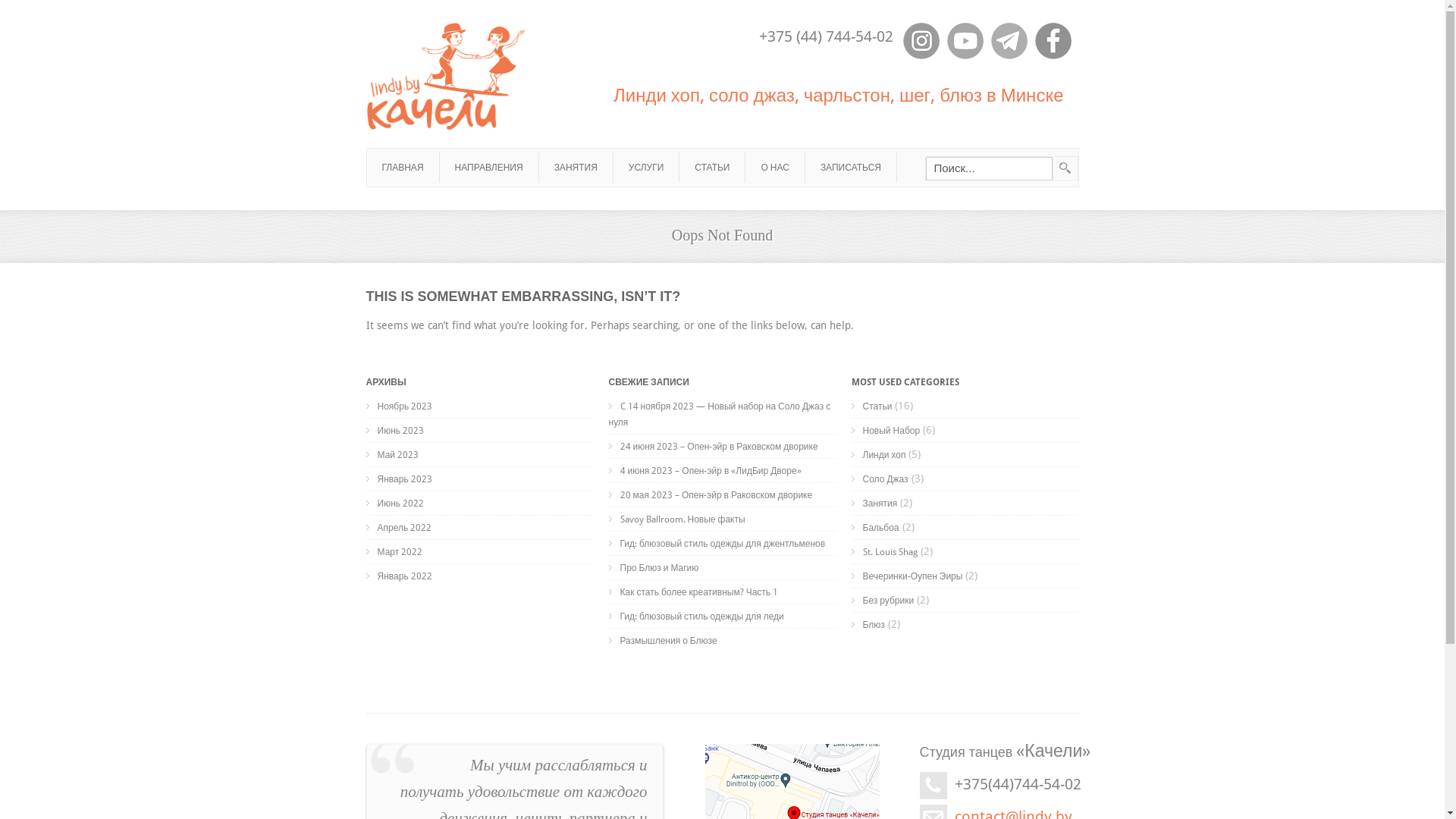 The width and height of the screenshot is (1456, 819). I want to click on '+375(44)744-54-02', so click(1017, 783).